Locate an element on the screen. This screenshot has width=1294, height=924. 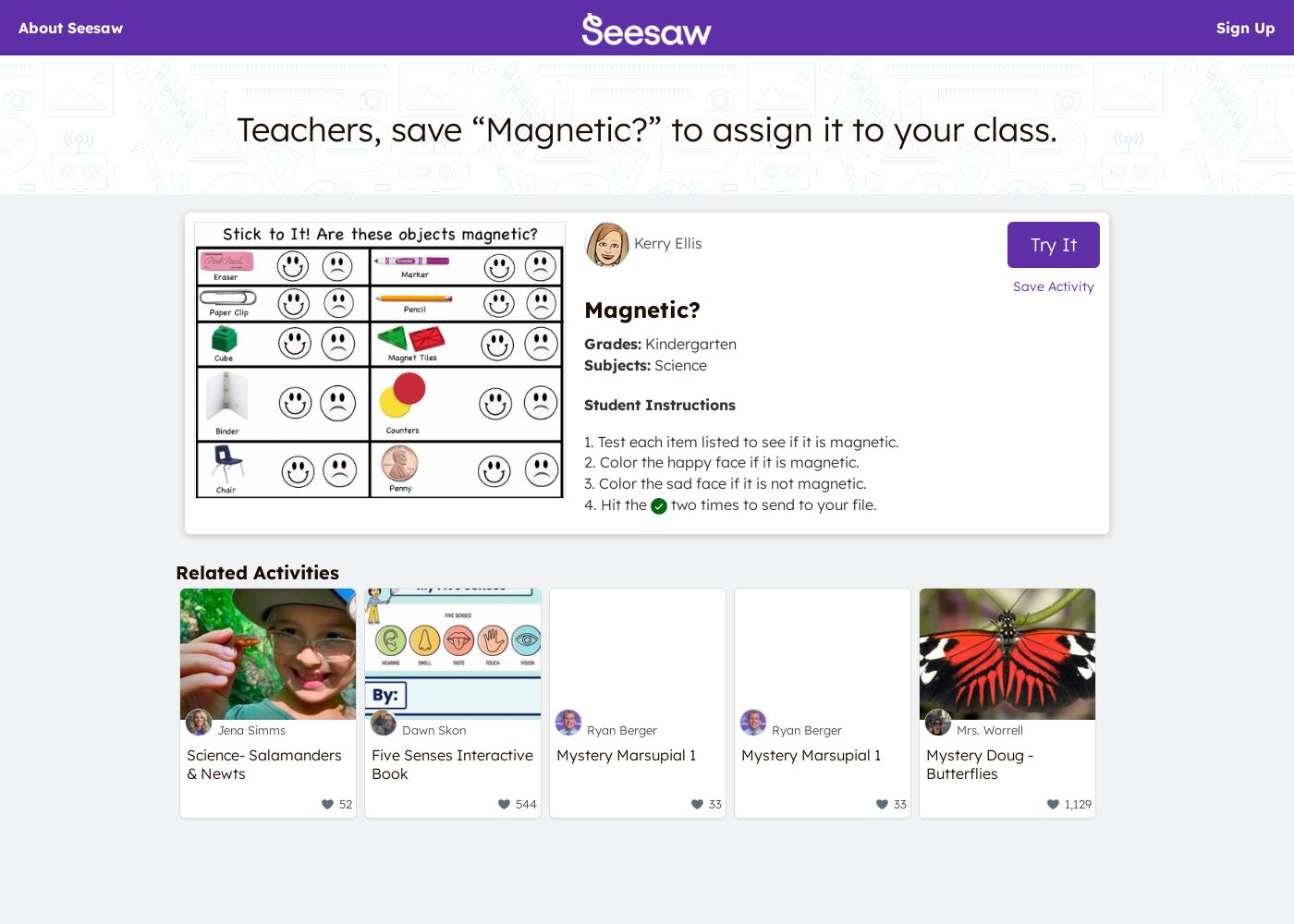
'Related Activities' is located at coordinates (257, 570).